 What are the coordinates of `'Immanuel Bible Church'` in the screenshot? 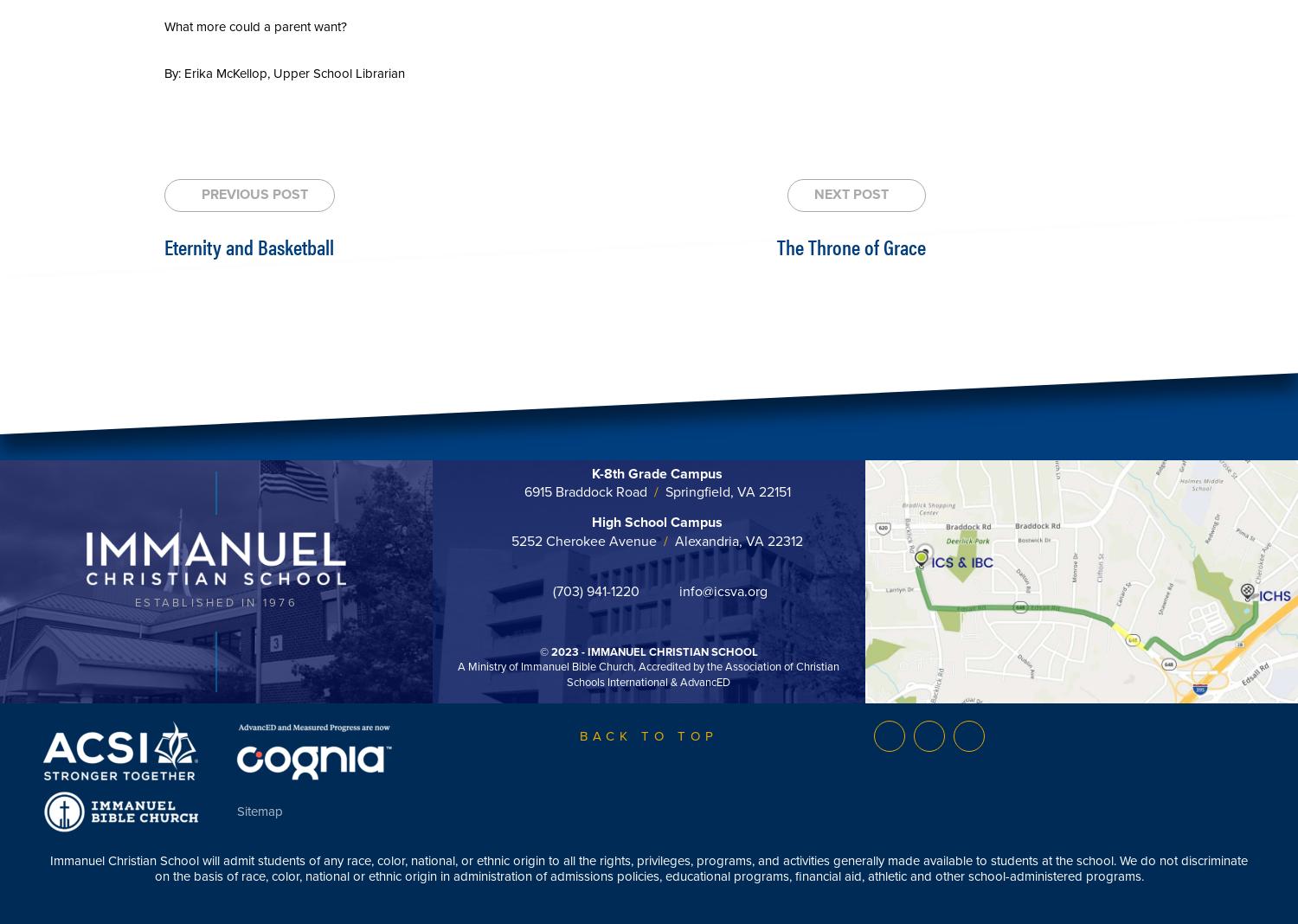 It's located at (577, 666).